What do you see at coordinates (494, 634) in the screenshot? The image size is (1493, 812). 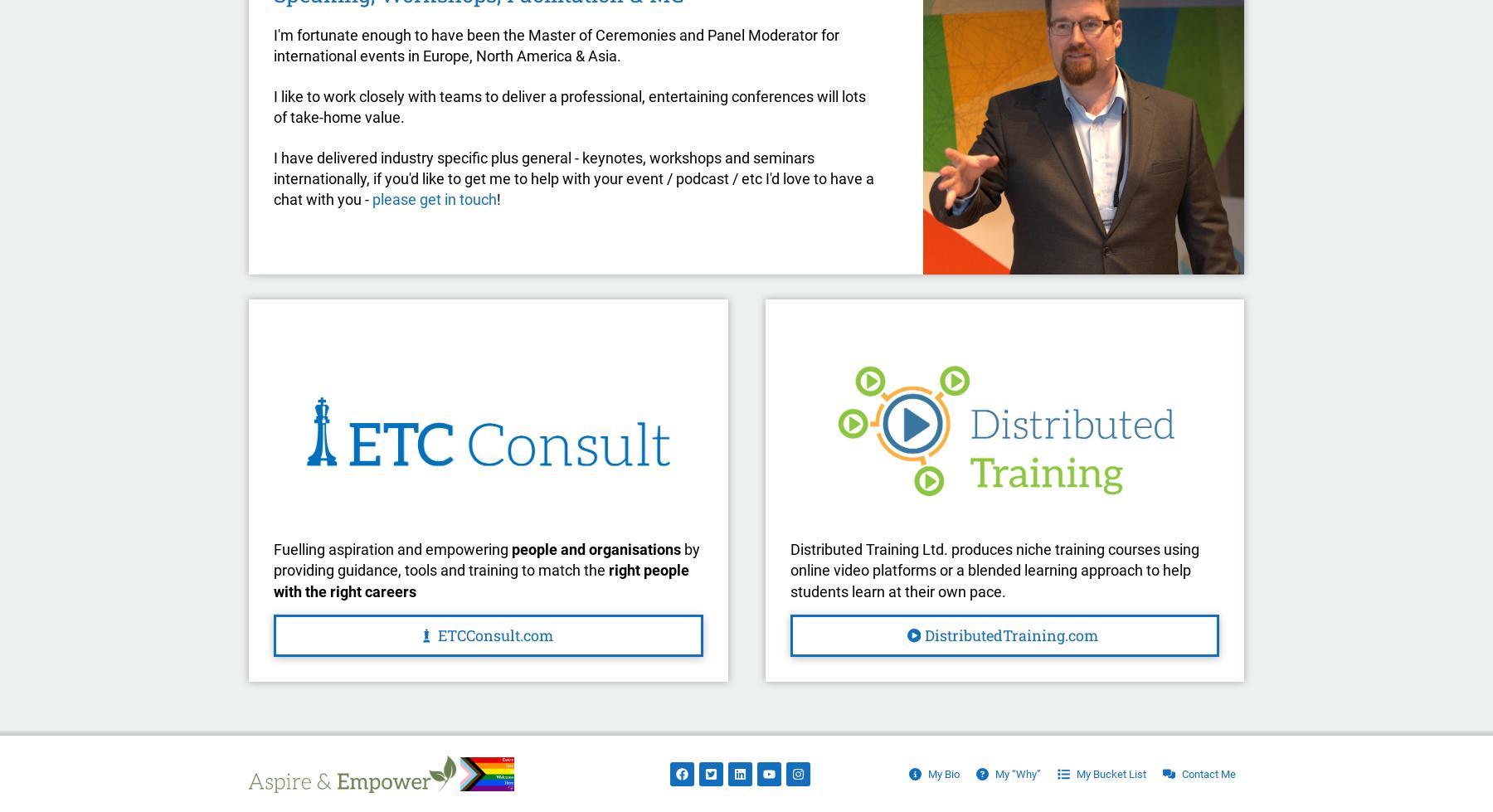 I see `'ETCConsult.com'` at bounding box center [494, 634].